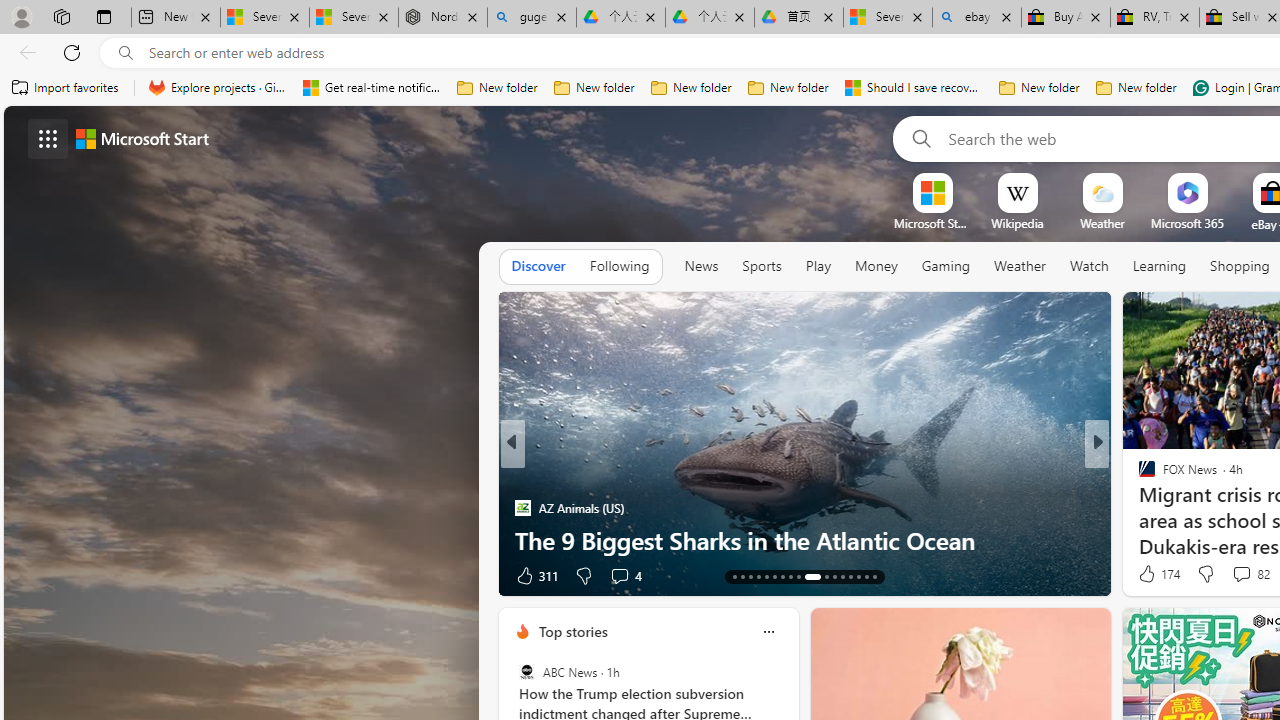  I want to click on '174 Like', so click(1157, 574).